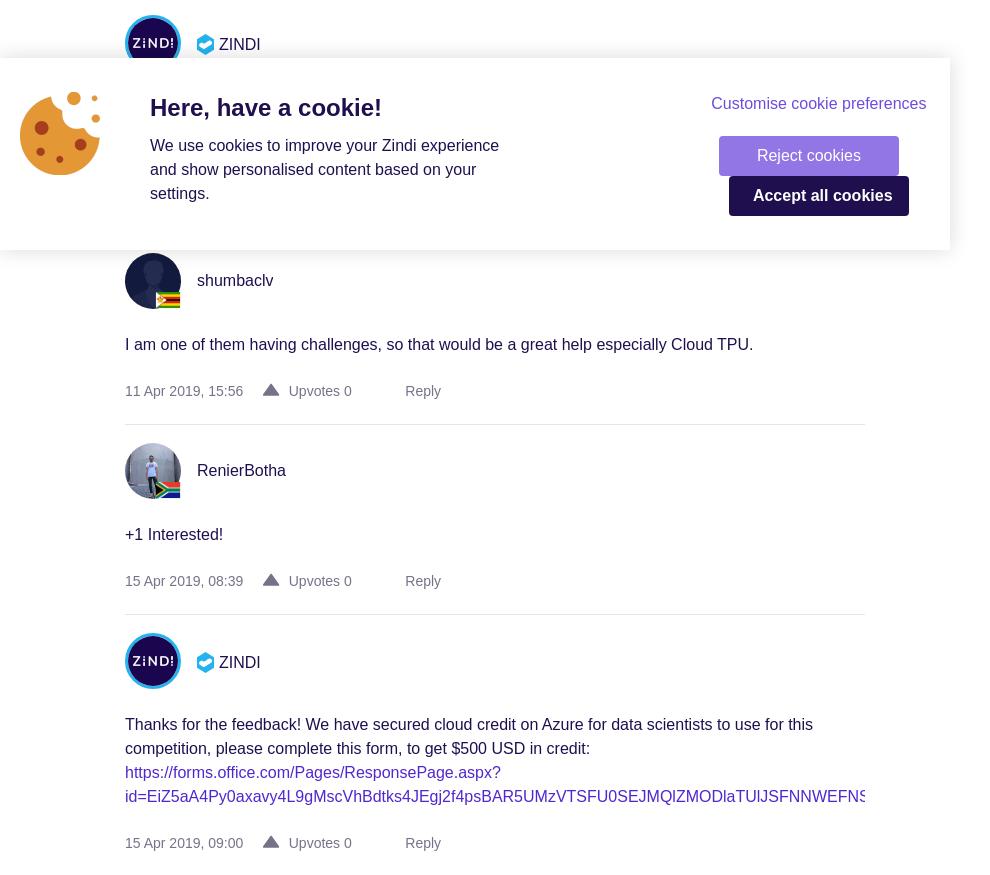 The width and height of the screenshot is (990, 875). What do you see at coordinates (818, 195) in the screenshot?
I see `'all'` at bounding box center [818, 195].